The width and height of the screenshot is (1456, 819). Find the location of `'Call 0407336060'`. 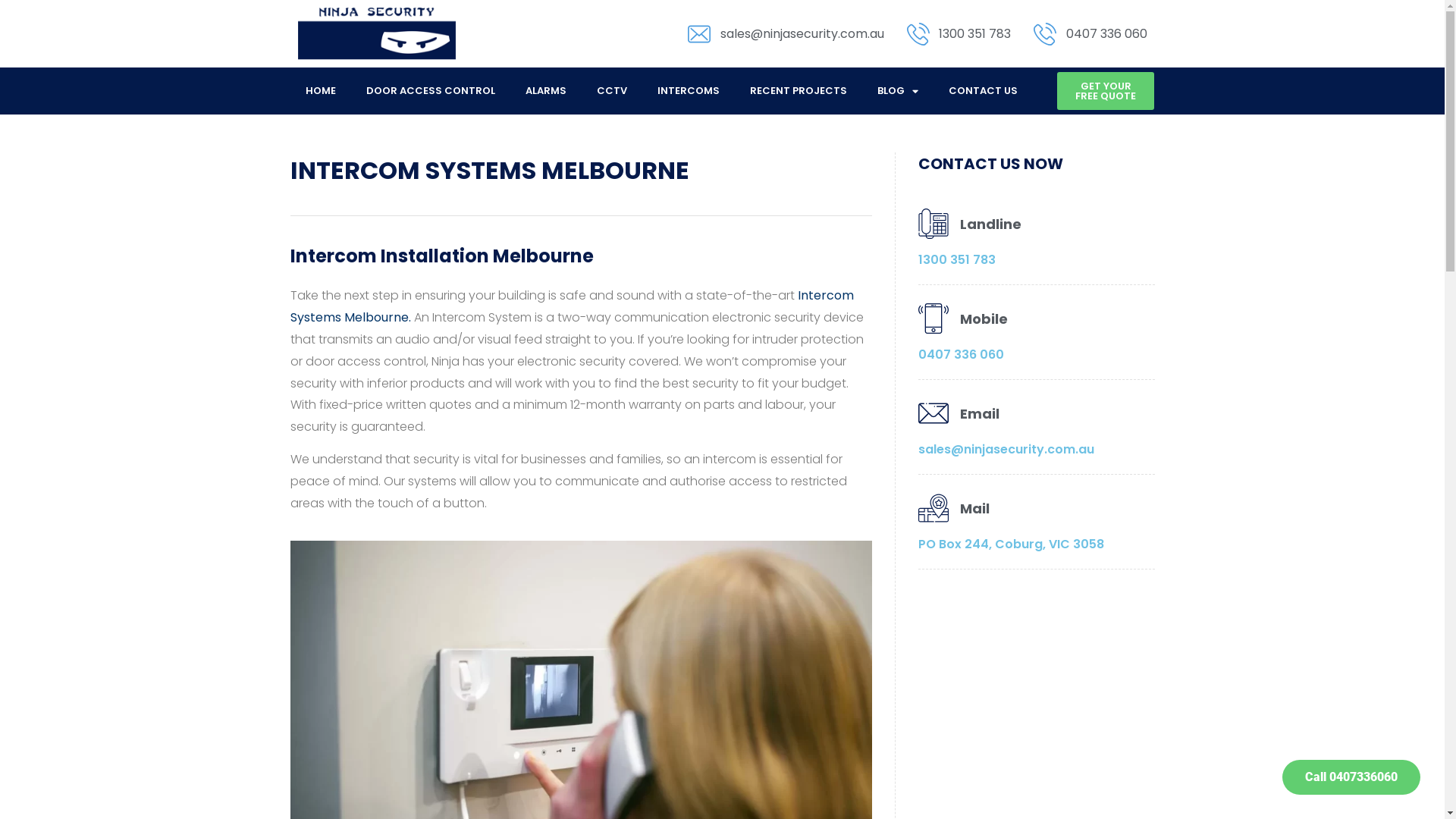

'Call 0407336060' is located at coordinates (1351, 777).